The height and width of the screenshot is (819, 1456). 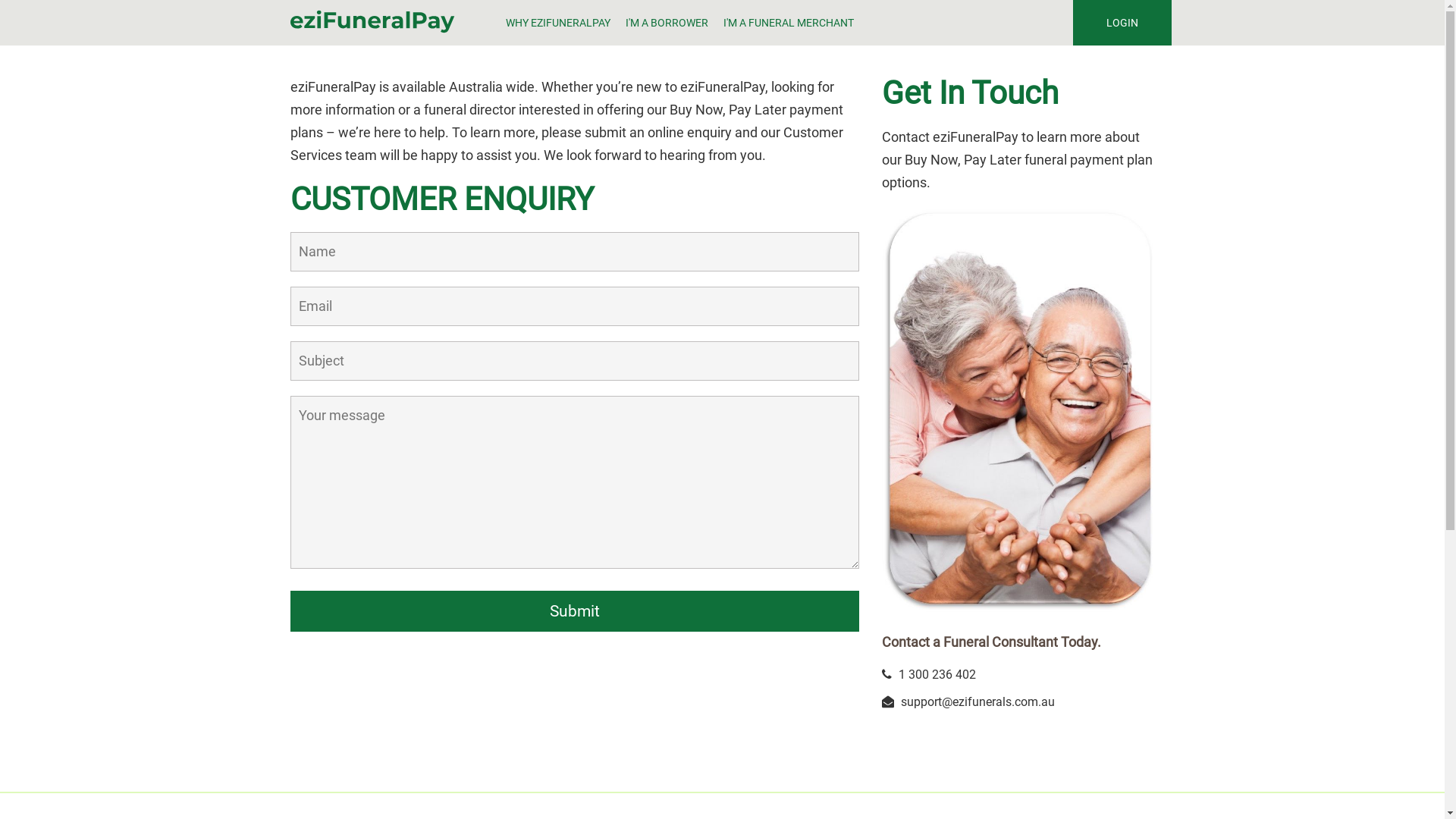 What do you see at coordinates (977, 701) in the screenshot?
I see `'support@ezifunerals.com.au'` at bounding box center [977, 701].